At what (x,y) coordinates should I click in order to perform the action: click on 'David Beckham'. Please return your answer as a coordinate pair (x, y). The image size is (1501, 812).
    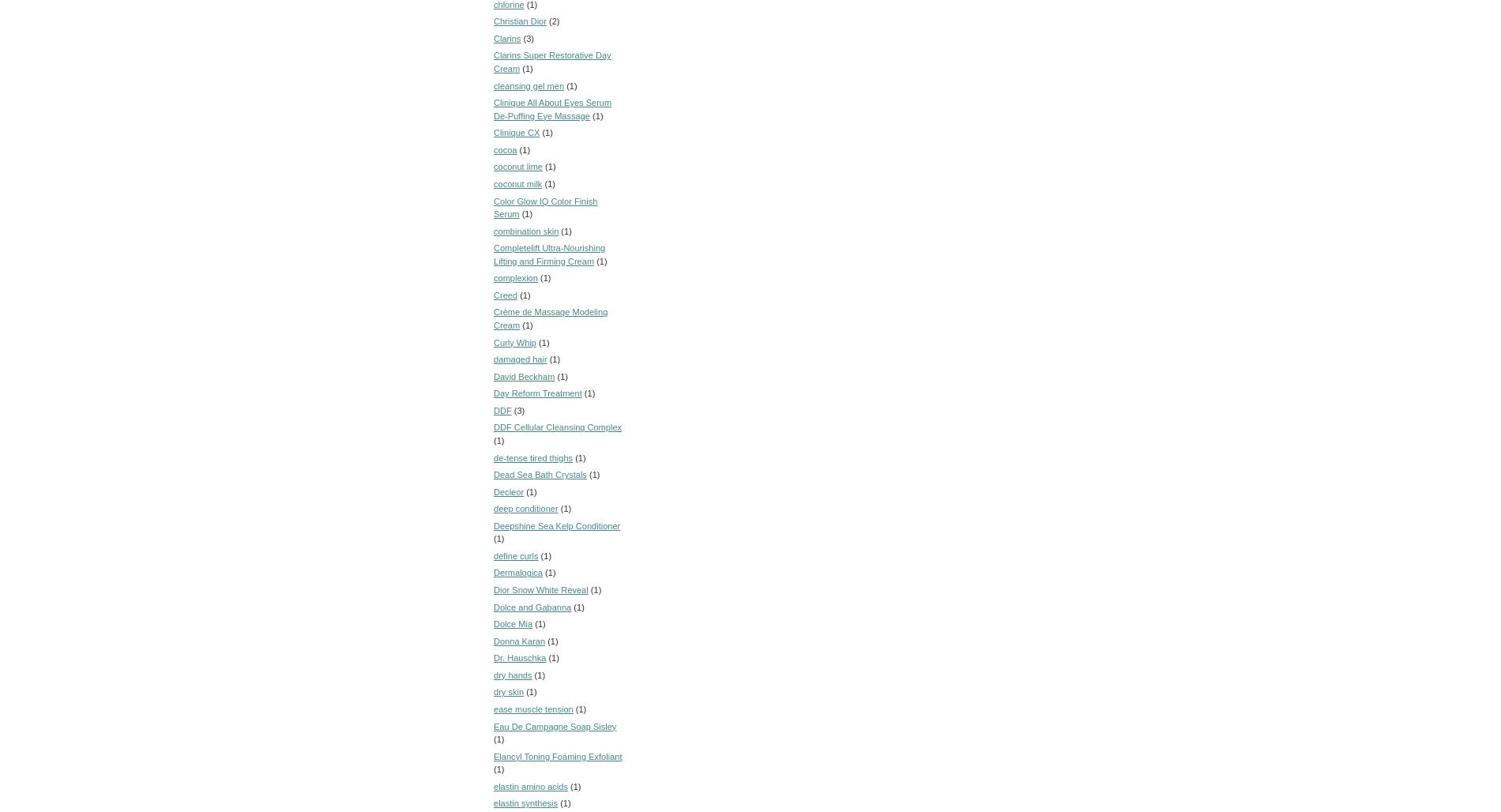
    Looking at the image, I should click on (524, 374).